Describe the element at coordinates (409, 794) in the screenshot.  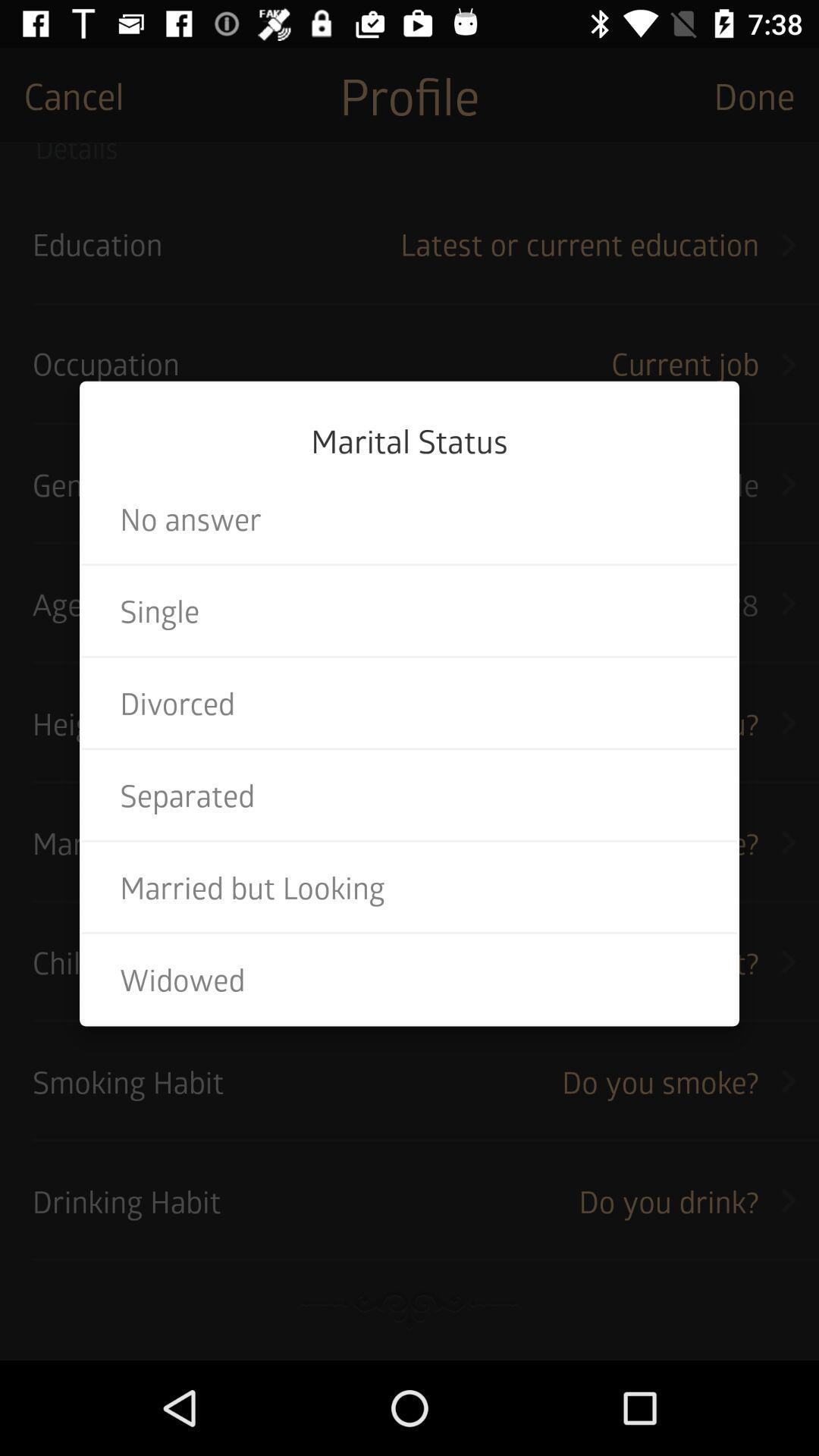
I see `icon above married but looking icon` at that location.